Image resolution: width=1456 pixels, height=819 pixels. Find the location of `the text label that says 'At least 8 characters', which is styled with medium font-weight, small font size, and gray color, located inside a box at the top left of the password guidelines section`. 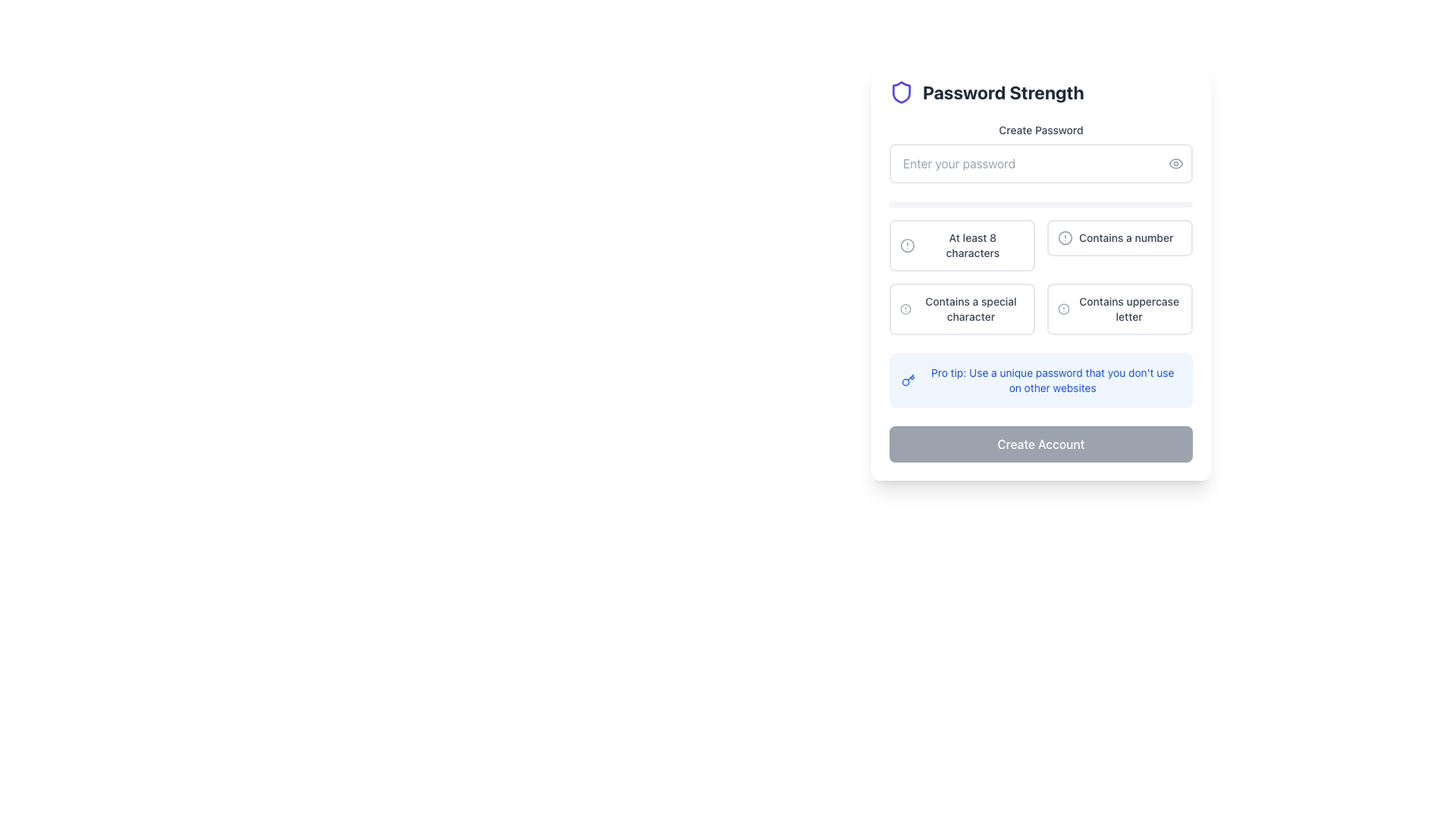

the text label that says 'At least 8 characters', which is styled with medium font-weight, small font size, and gray color, located inside a box at the top left of the password guidelines section is located at coordinates (972, 245).